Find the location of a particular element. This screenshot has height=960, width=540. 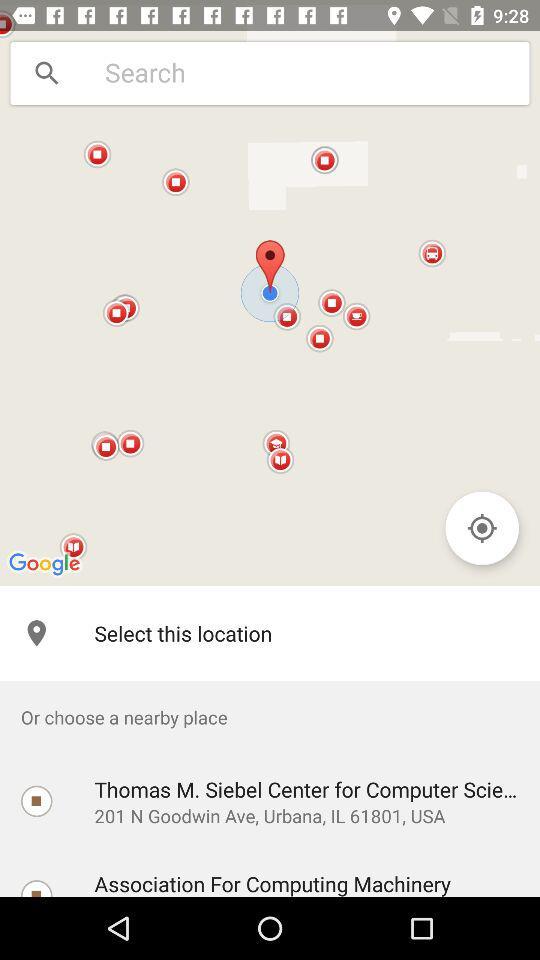

the item on the right is located at coordinates (481, 527).